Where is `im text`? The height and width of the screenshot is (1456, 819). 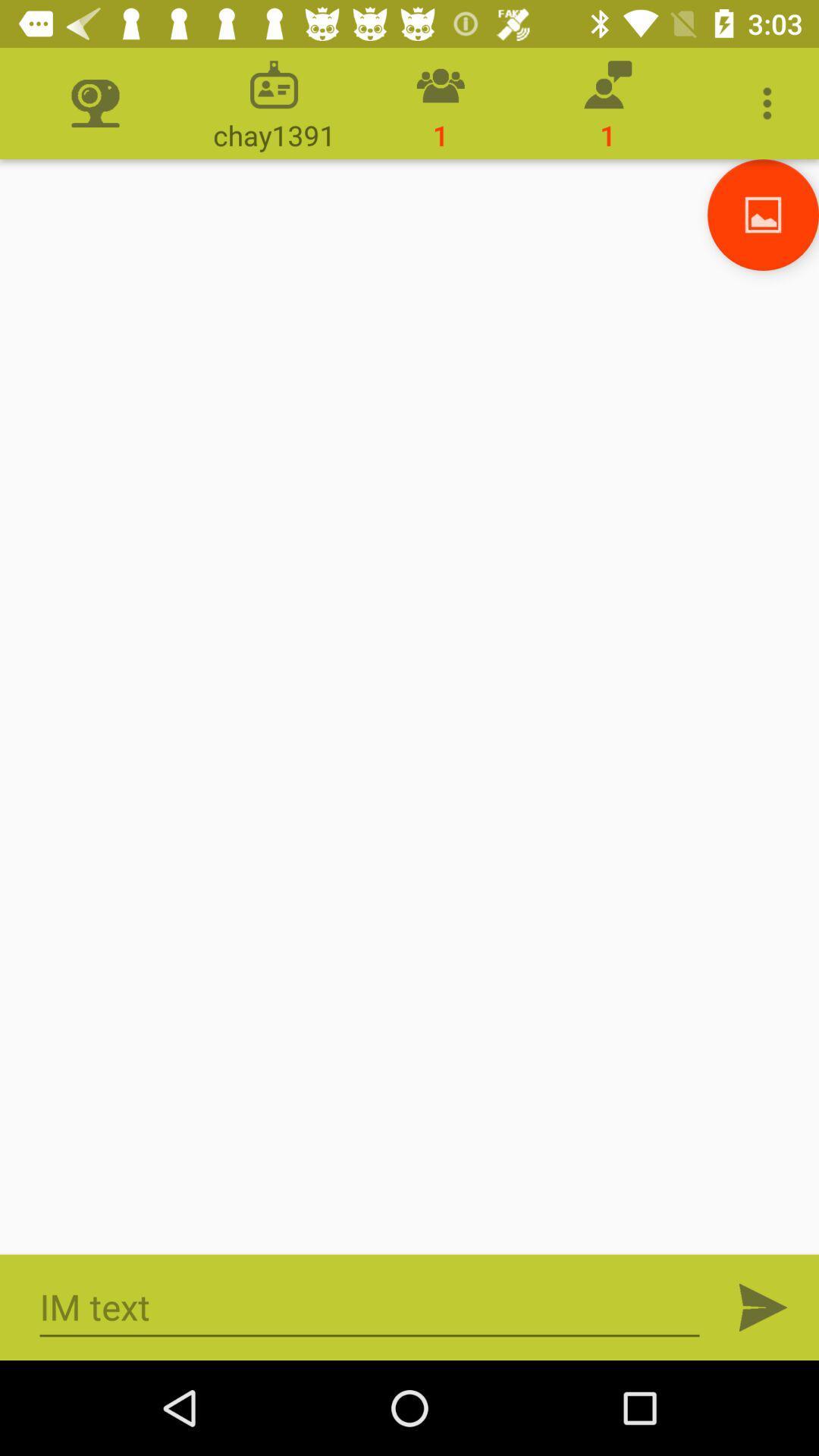 im text is located at coordinates (369, 1307).